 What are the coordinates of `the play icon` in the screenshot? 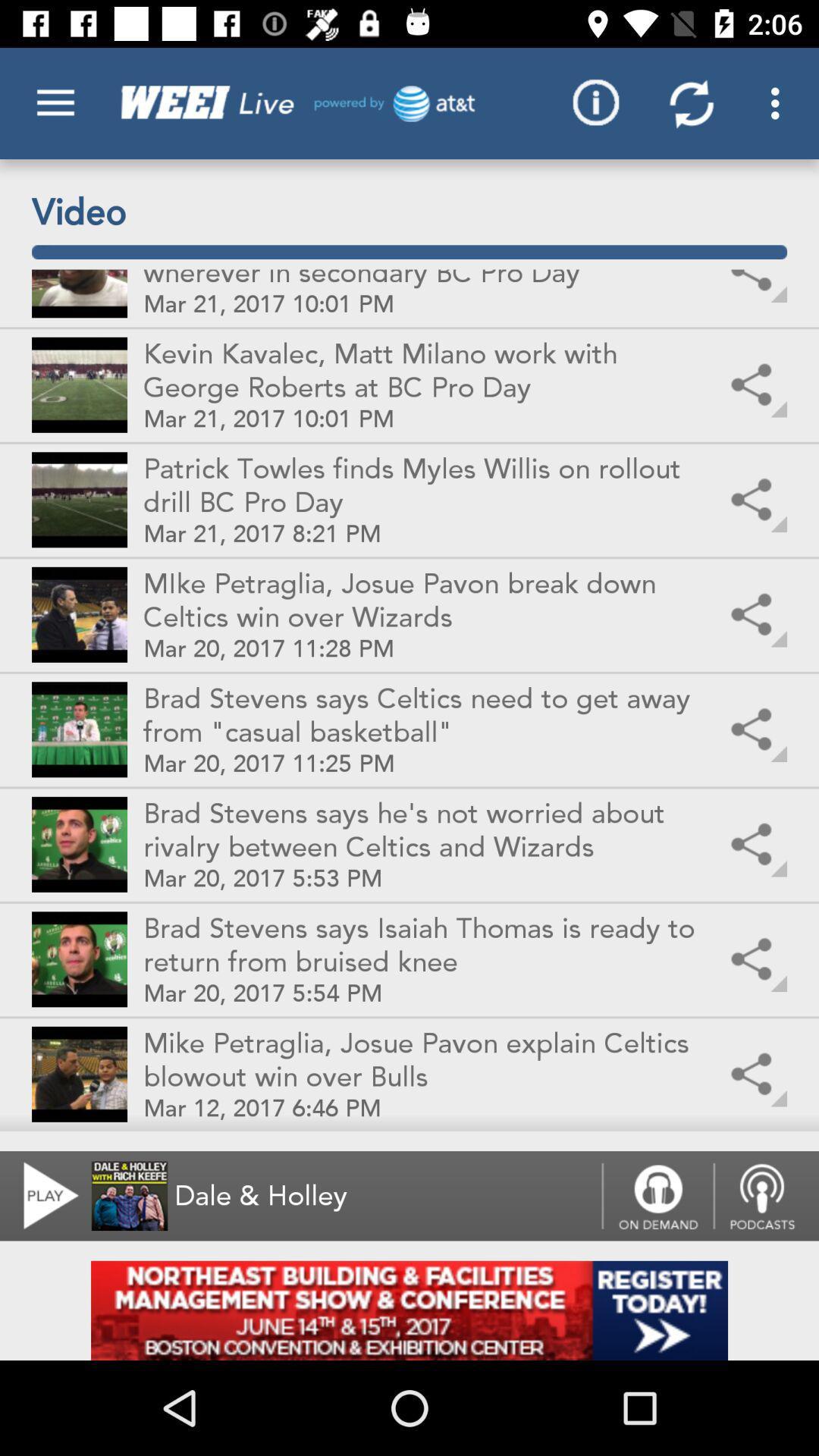 It's located at (41, 1195).